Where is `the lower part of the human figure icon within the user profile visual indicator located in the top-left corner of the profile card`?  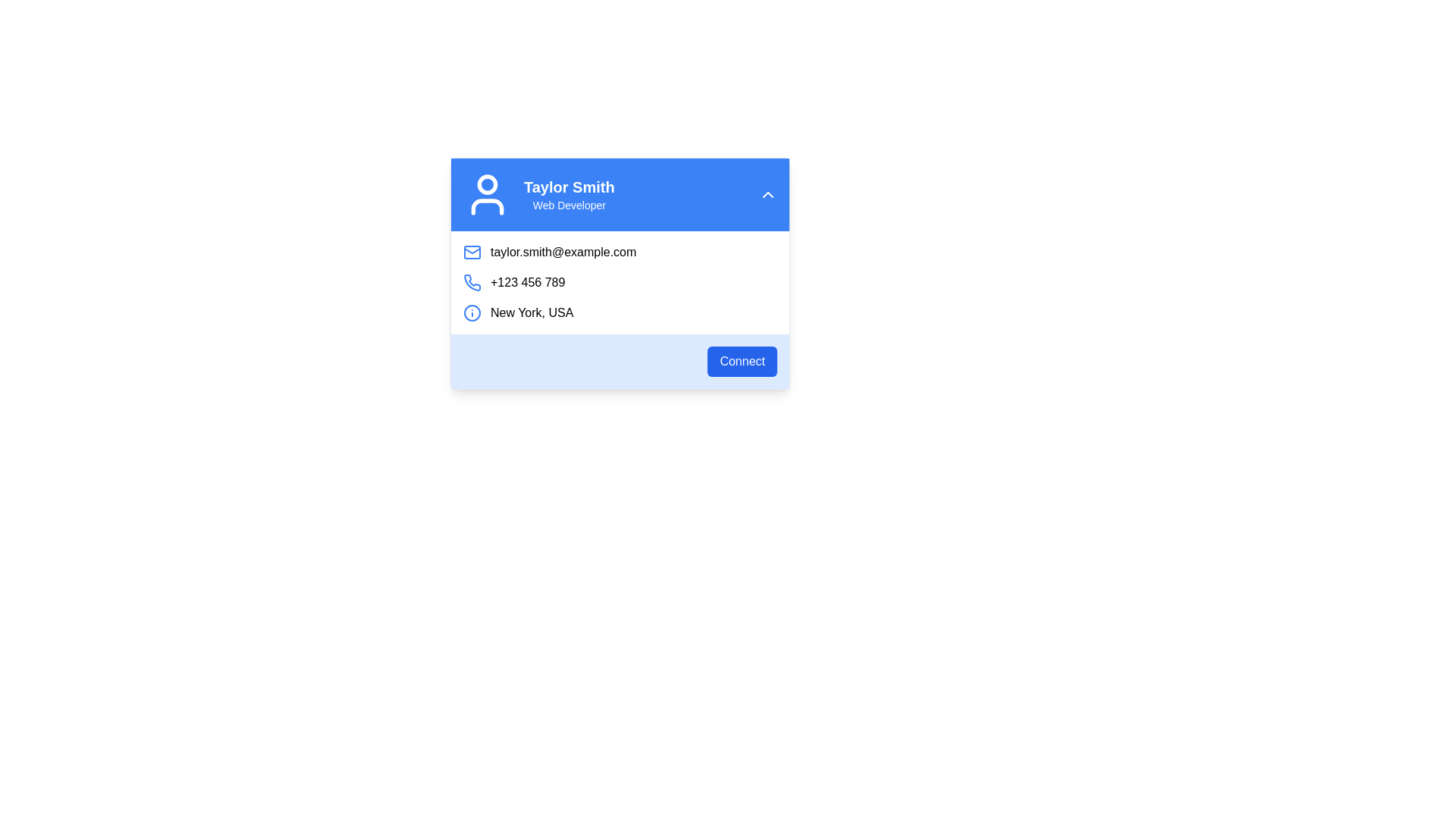
the lower part of the human figure icon within the user profile visual indicator located in the top-left corner of the profile card is located at coordinates (488, 207).